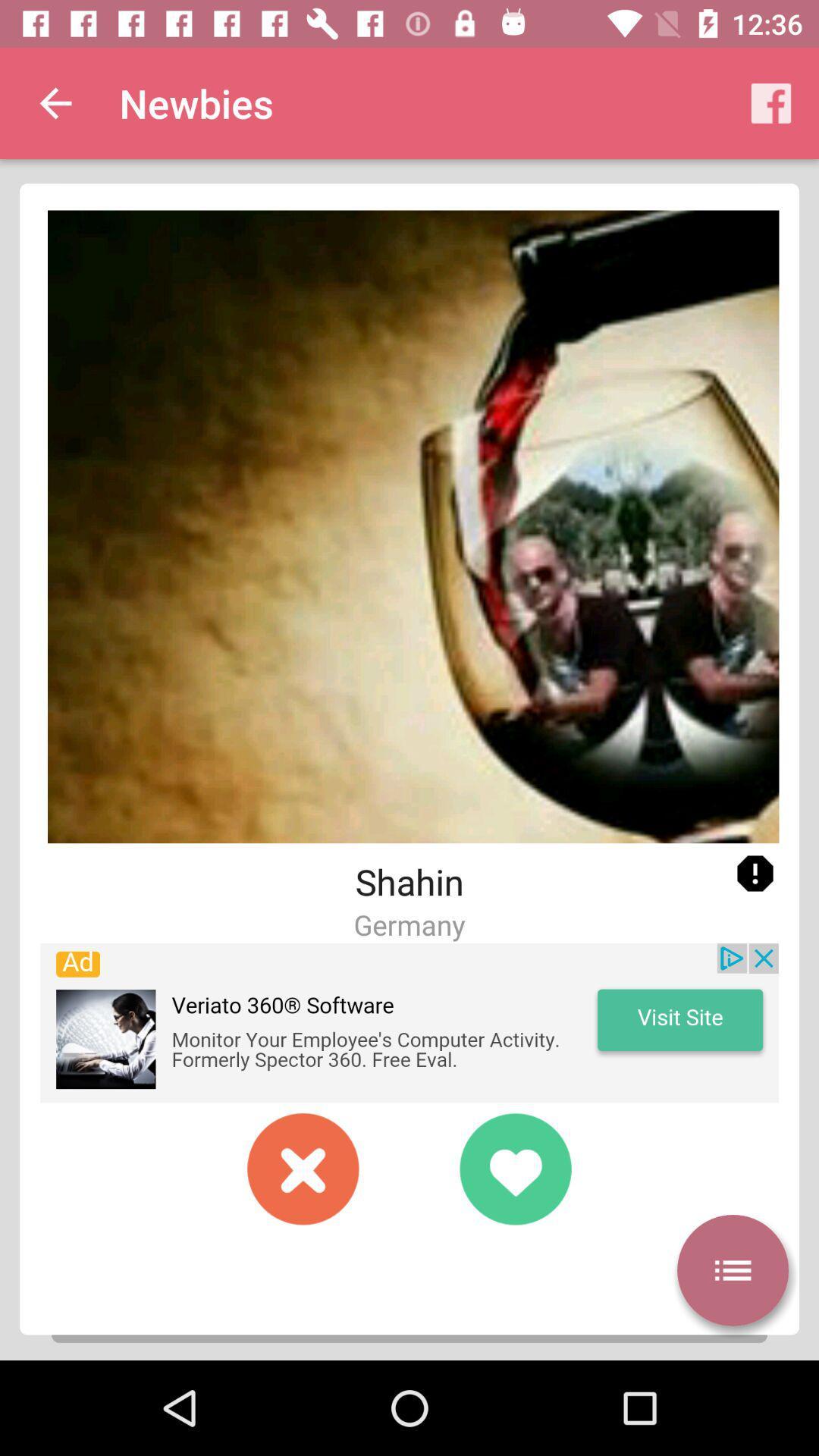 The width and height of the screenshot is (819, 1456). Describe the element at coordinates (514, 1168) in the screenshot. I see `to favorite` at that location.